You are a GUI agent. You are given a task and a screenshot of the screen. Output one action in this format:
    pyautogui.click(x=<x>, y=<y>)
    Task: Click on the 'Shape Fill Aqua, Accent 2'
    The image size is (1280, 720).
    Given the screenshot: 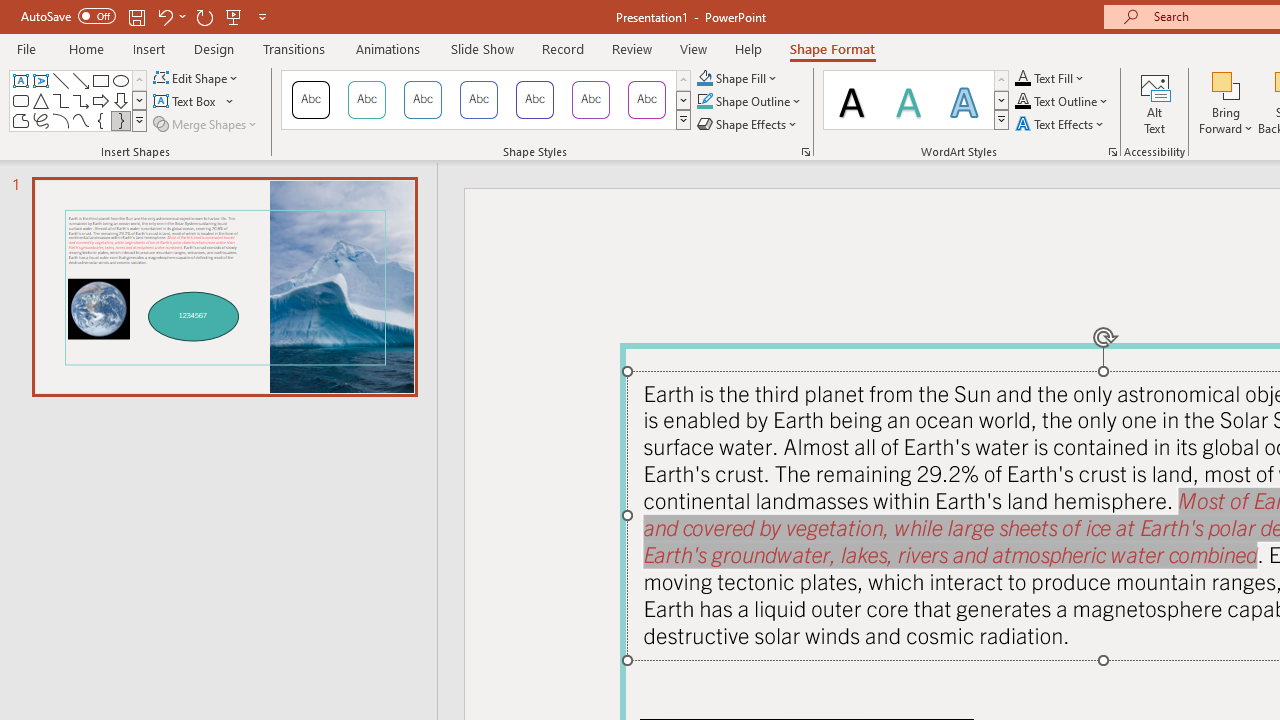 What is the action you would take?
    pyautogui.click(x=704, y=77)
    